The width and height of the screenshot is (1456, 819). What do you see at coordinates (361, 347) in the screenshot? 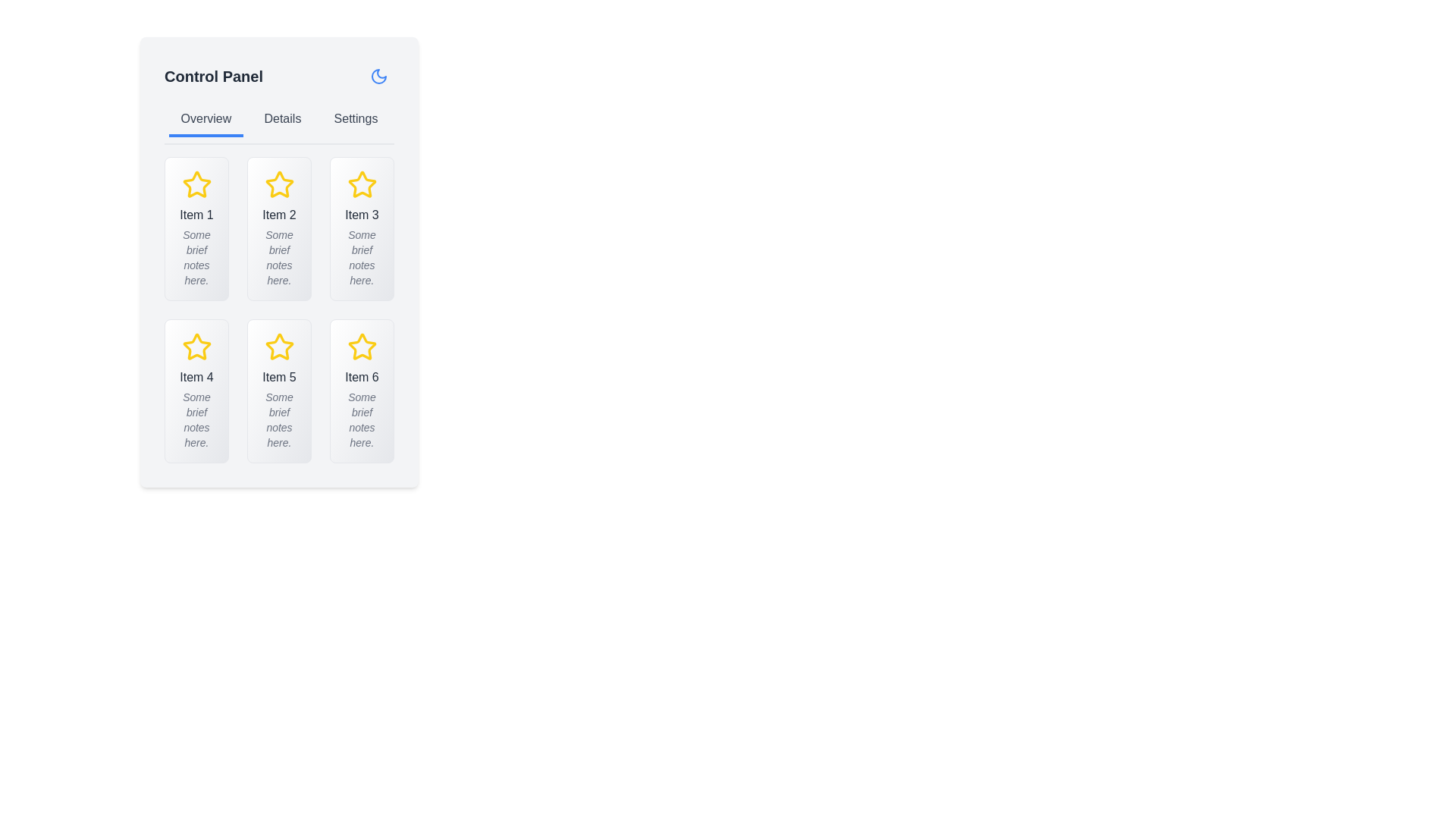
I see `the star icon in the 2nd row, 3rd column of the grid layout, which represents a rating or selection feature for 'Item 6'` at bounding box center [361, 347].